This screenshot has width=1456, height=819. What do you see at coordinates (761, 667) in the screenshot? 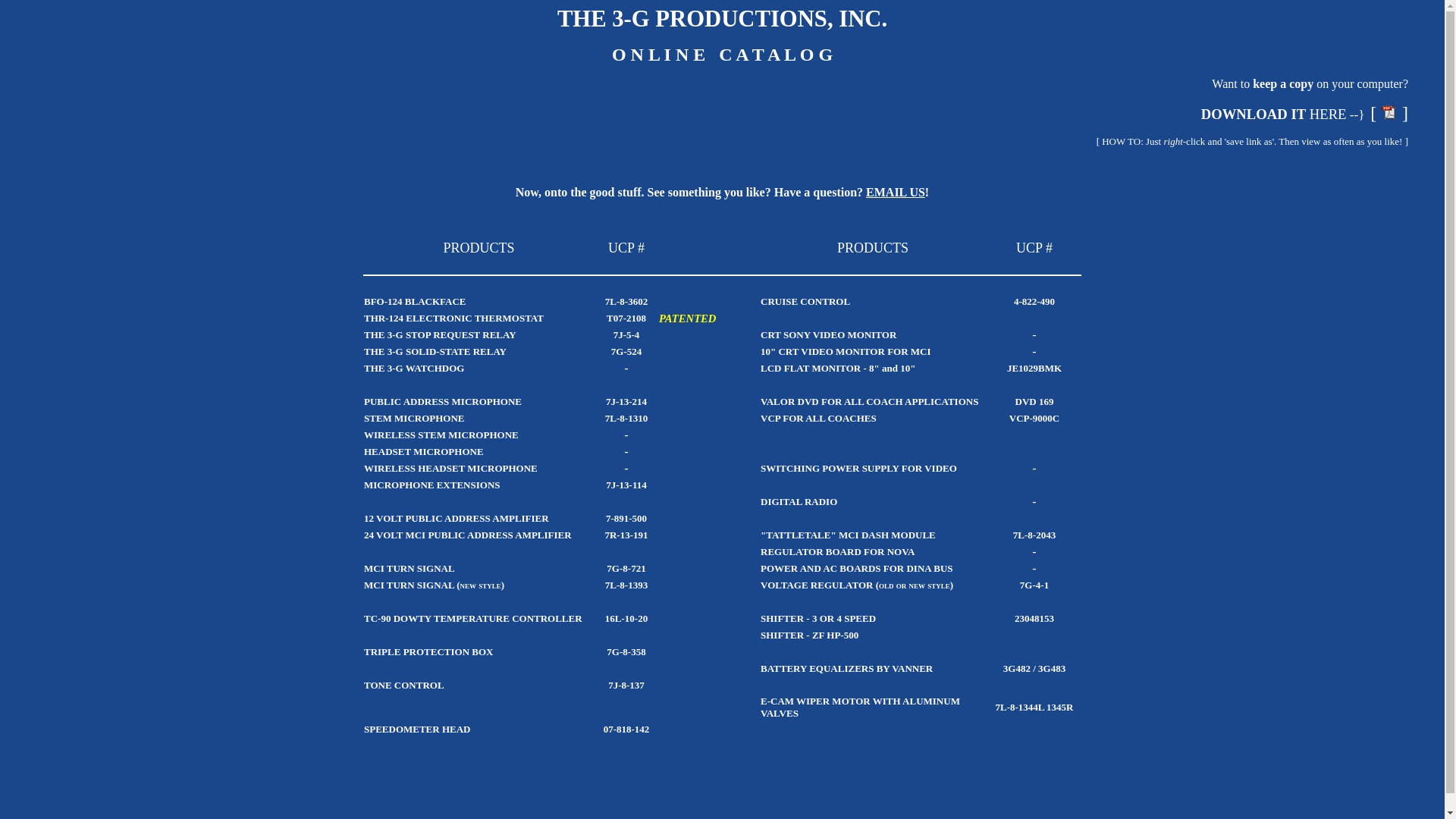
I see `'BATTERY EQUALIZERS'` at bounding box center [761, 667].